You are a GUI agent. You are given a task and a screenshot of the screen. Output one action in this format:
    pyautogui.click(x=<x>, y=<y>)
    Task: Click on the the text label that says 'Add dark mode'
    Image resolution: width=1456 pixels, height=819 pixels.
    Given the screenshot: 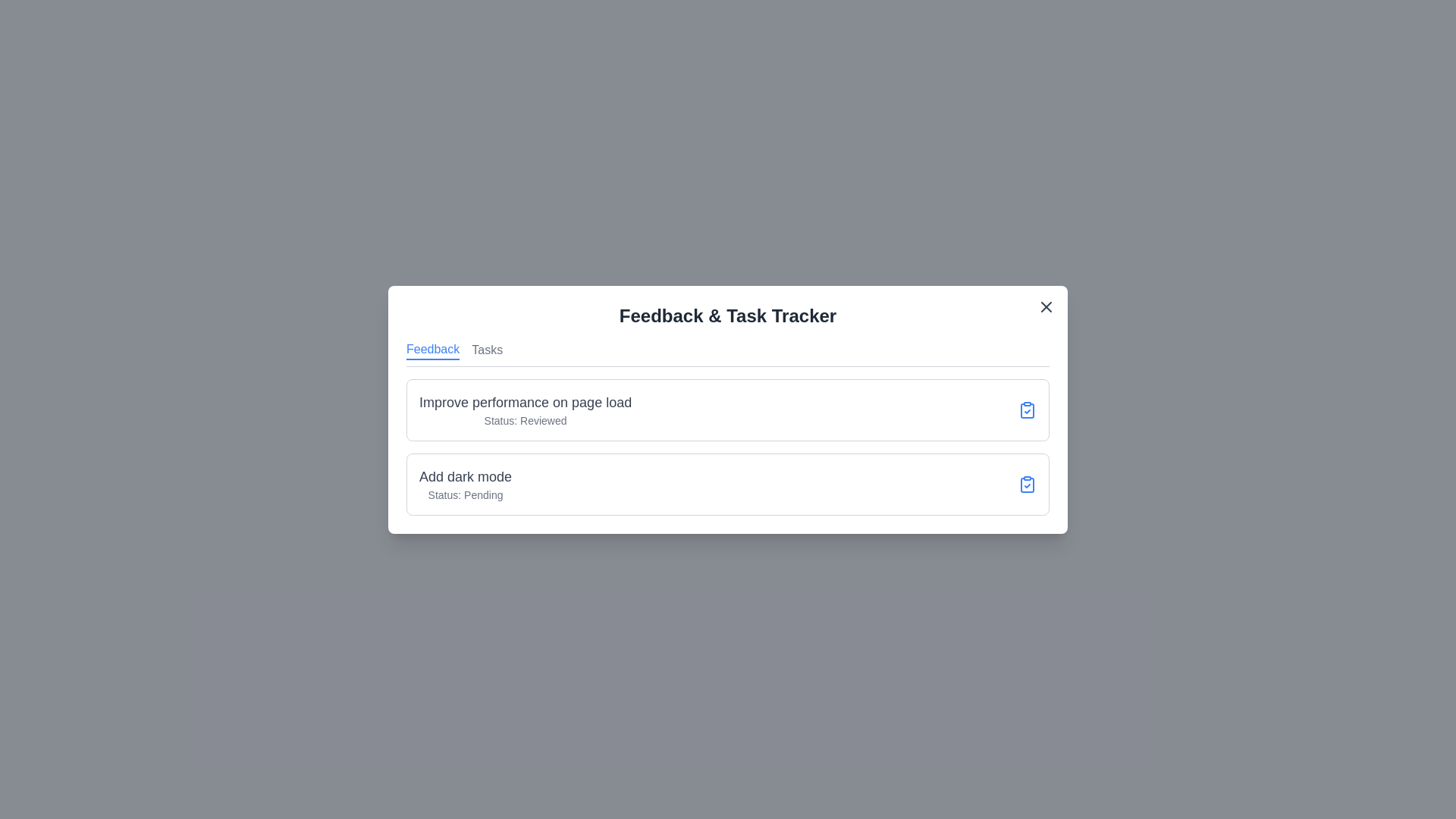 What is the action you would take?
    pyautogui.click(x=465, y=475)
    